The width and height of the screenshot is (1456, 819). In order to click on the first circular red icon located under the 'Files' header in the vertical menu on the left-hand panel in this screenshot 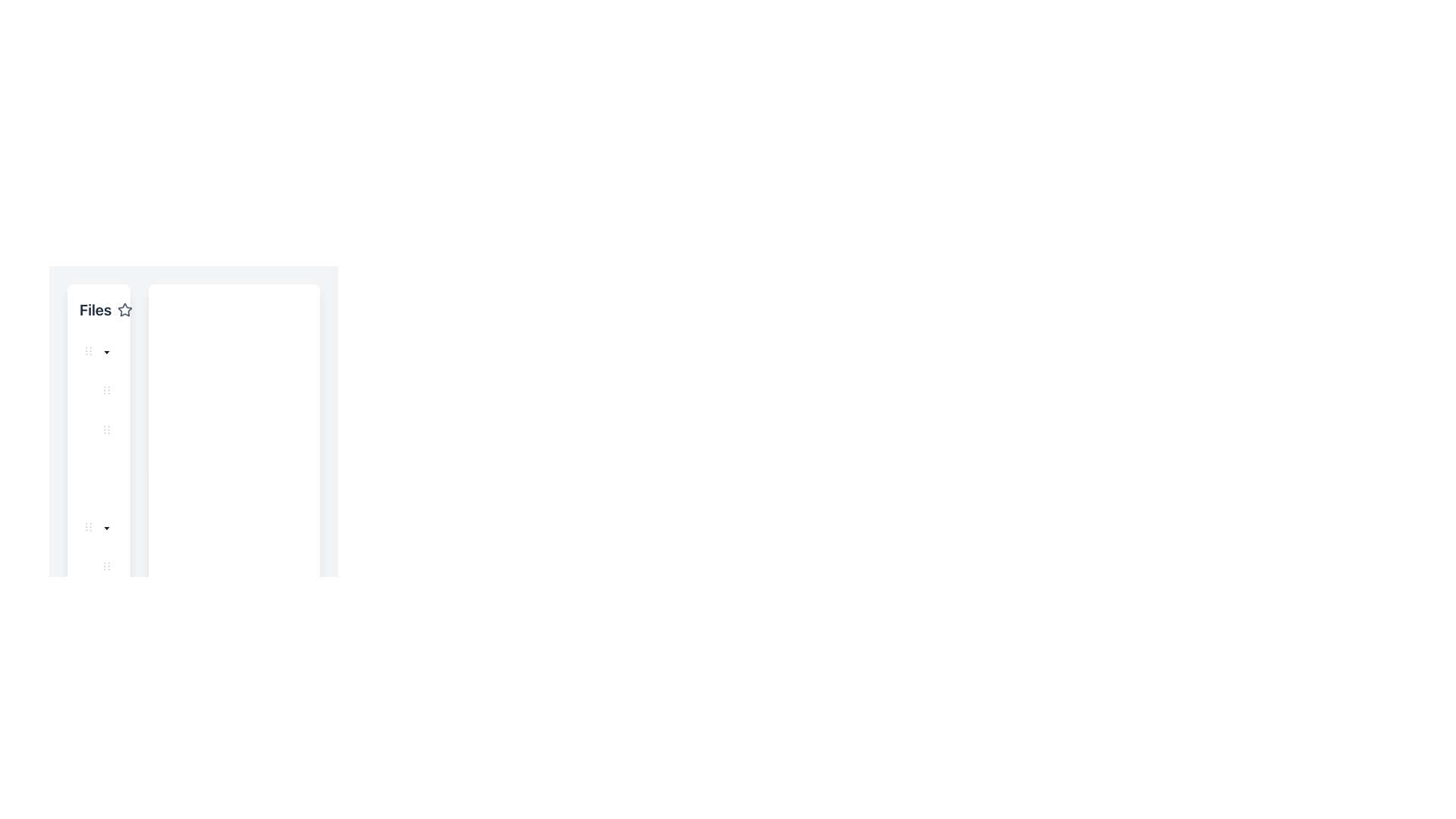, I will do `click(87, 350)`.